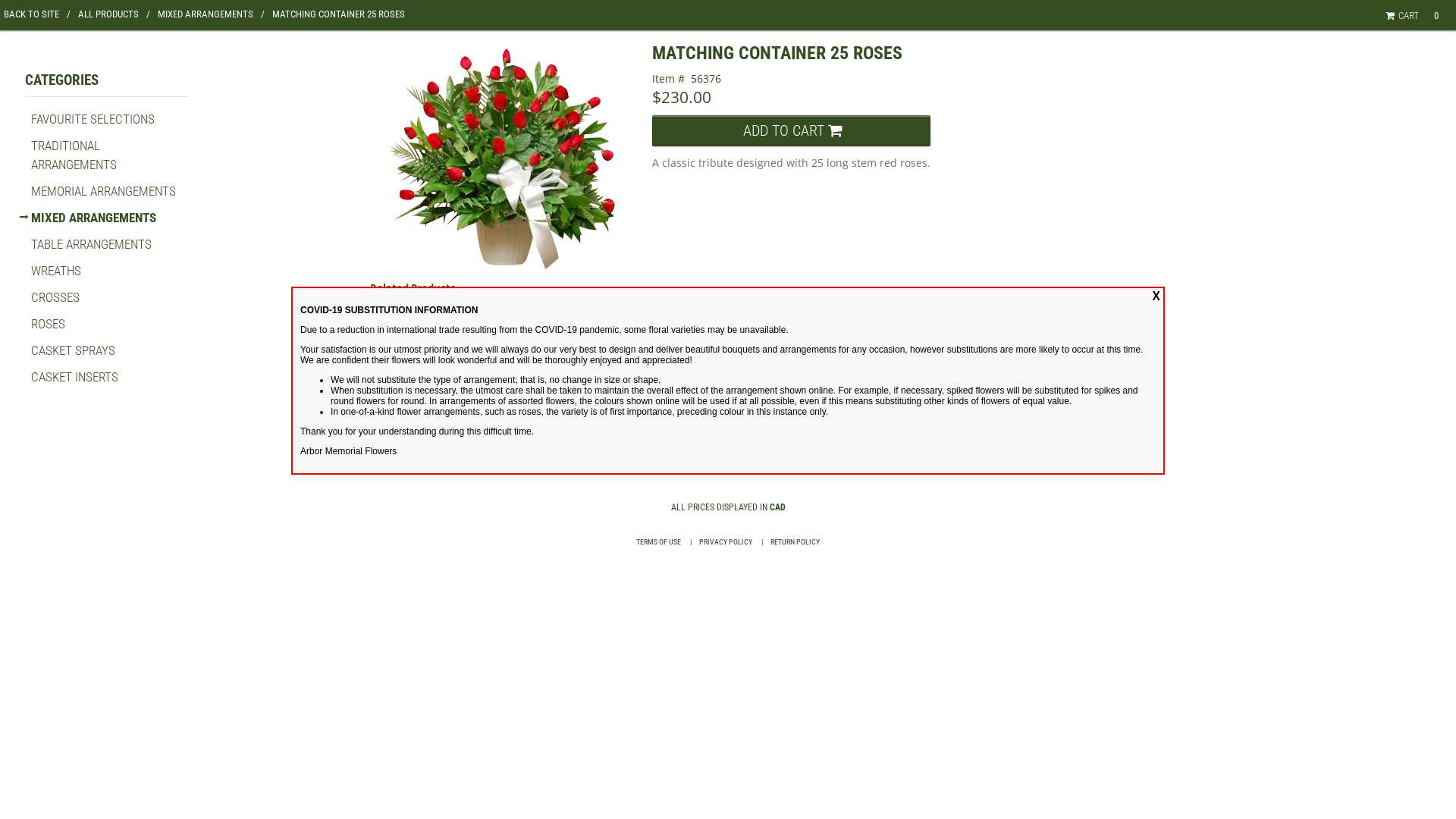 The height and width of the screenshot is (819, 1456). I want to click on 'BACK TO SITE', so click(36, 14).